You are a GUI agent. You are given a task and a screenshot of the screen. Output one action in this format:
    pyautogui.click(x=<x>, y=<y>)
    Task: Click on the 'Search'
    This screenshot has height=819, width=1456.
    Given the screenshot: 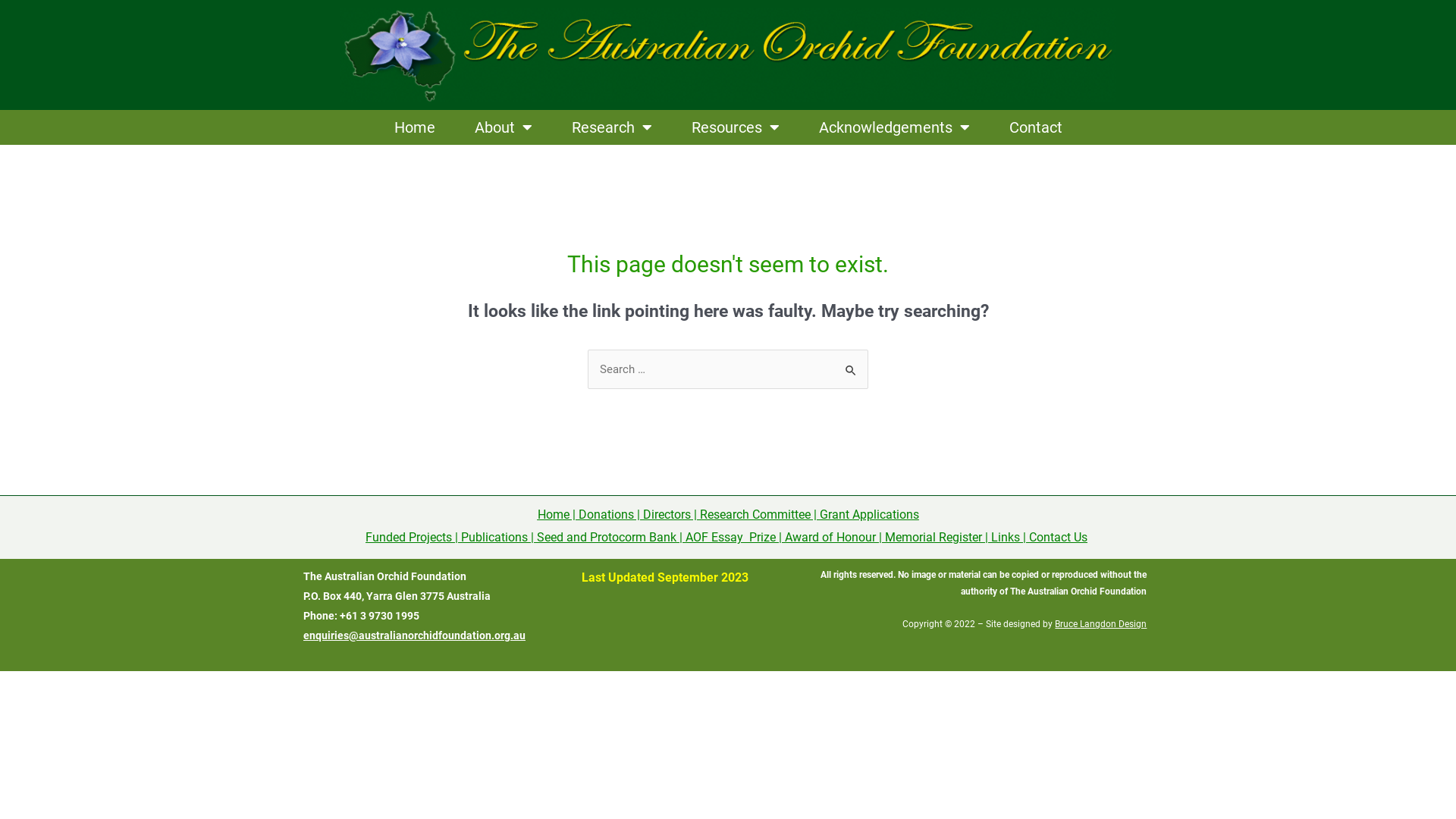 What is the action you would take?
    pyautogui.click(x=851, y=365)
    